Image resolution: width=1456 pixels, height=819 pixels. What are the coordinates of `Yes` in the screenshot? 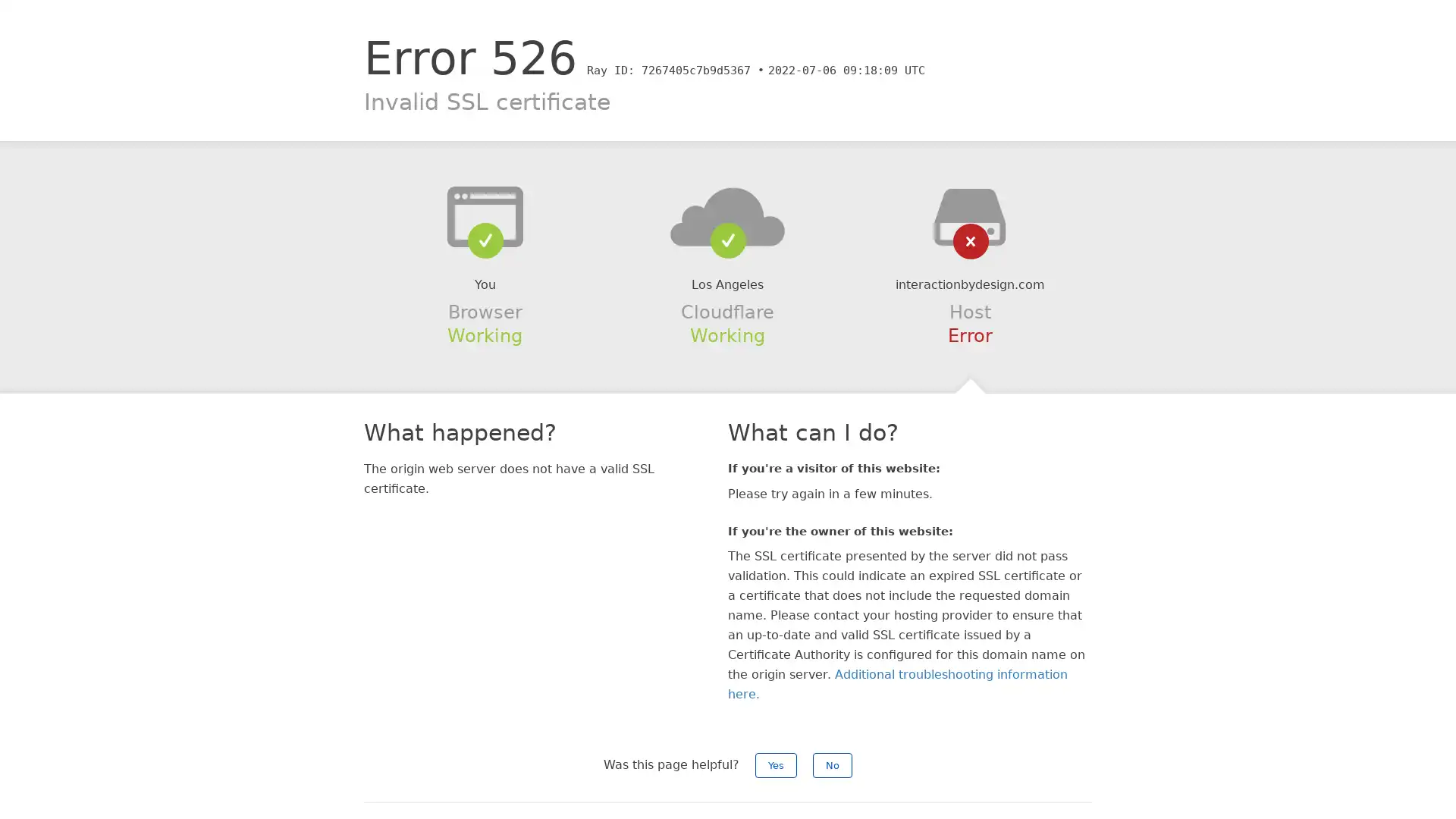 It's located at (776, 765).